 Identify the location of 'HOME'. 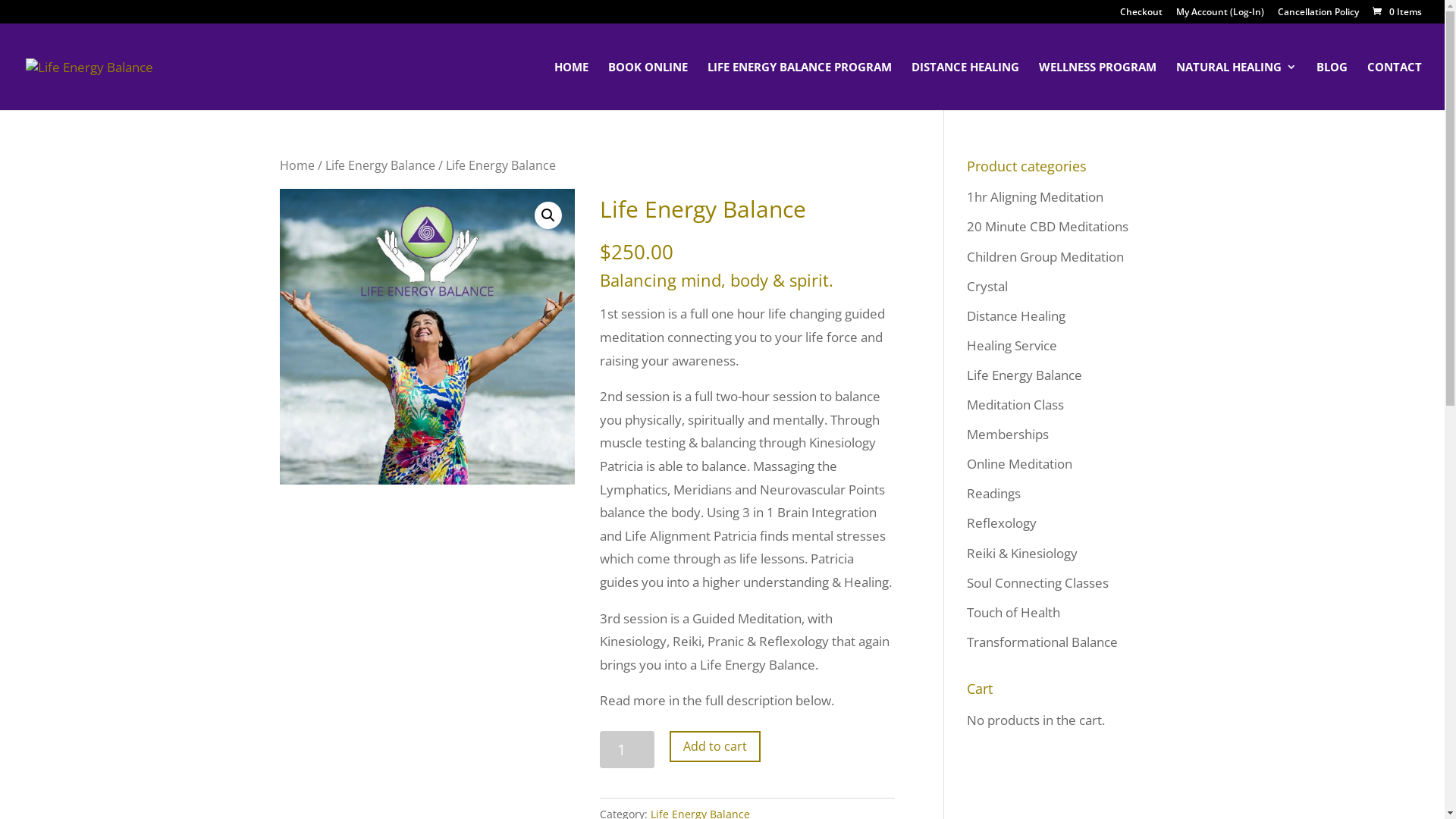
(570, 85).